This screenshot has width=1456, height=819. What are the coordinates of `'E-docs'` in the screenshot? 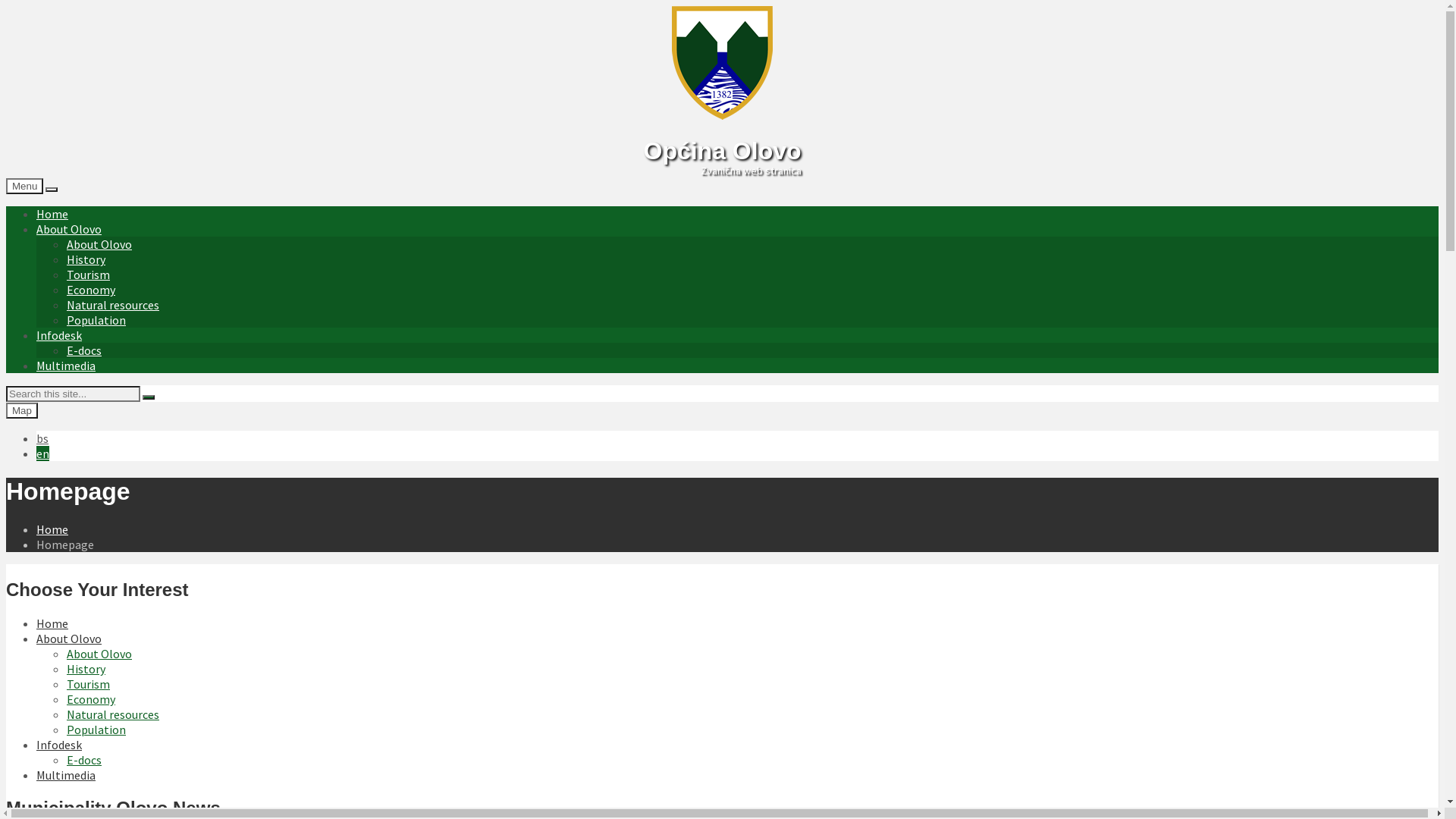 It's located at (83, 350).